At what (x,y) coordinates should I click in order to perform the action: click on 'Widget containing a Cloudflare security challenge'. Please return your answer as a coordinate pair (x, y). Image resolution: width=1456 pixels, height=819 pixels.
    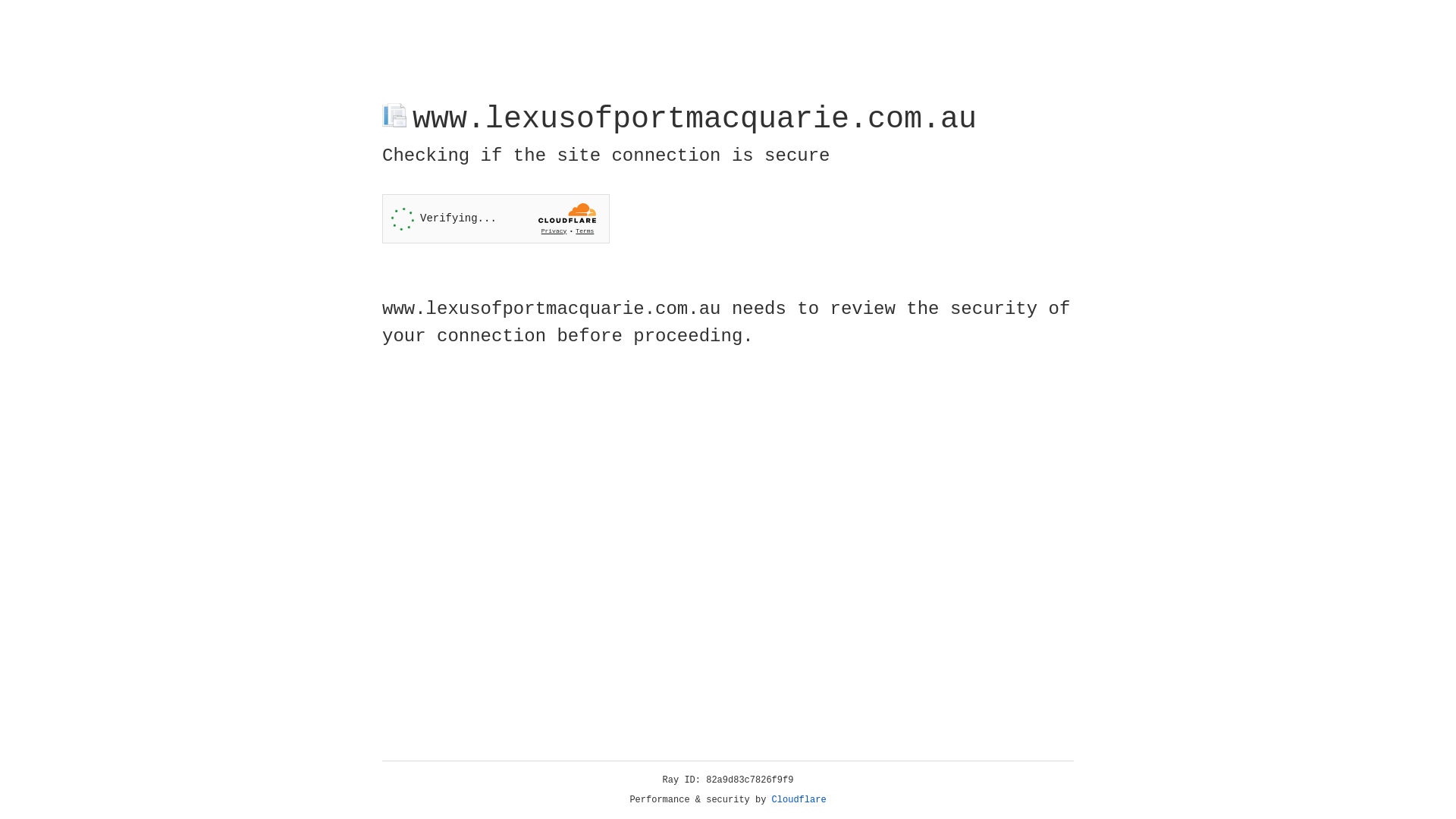
    Looking at the image, I should click on (495, 218).